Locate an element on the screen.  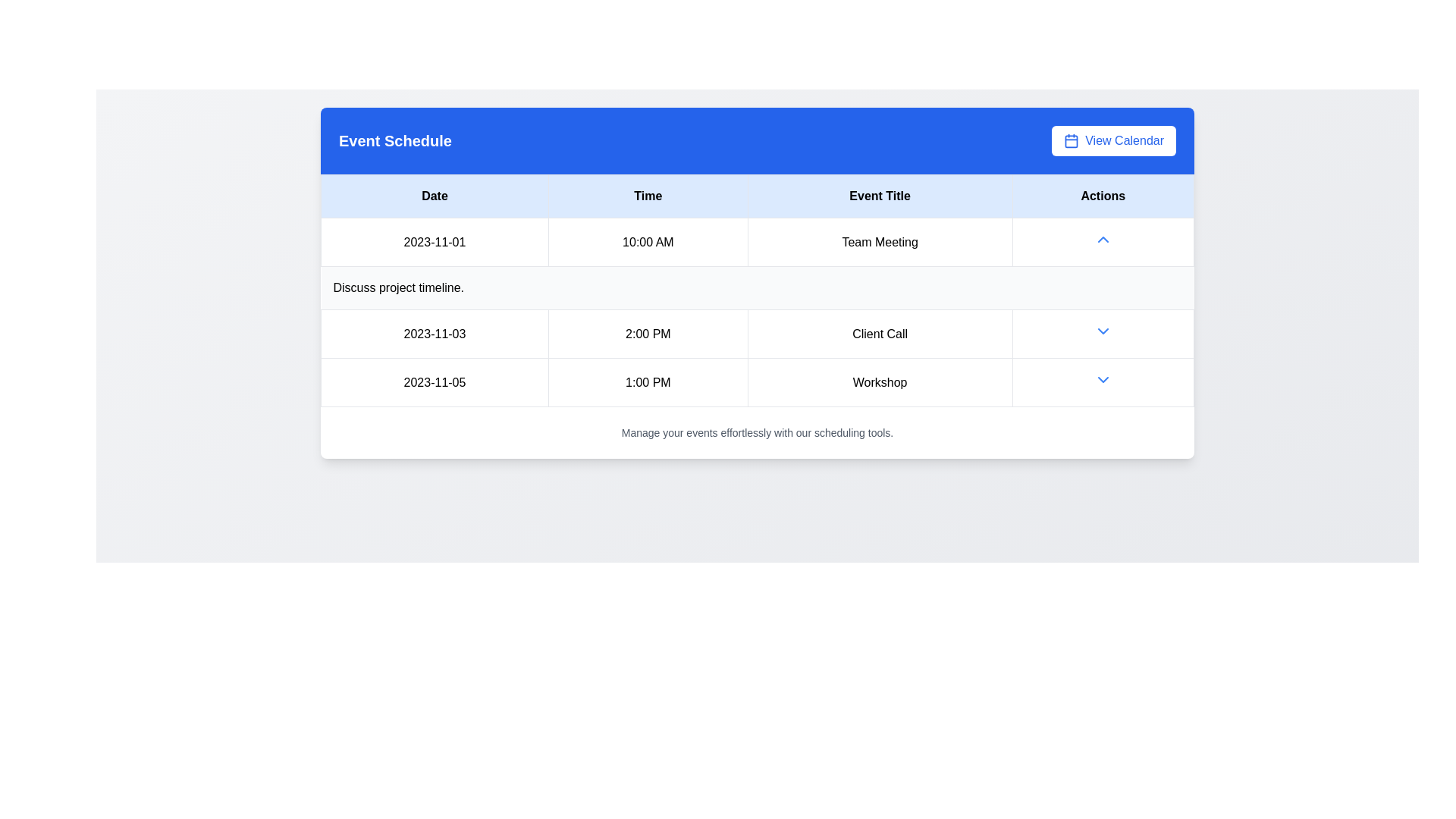
text from the Text field displaying '1:00 PM' in the Time column of the table for the date '2023-11-05' is located at coordinates (648, 381).